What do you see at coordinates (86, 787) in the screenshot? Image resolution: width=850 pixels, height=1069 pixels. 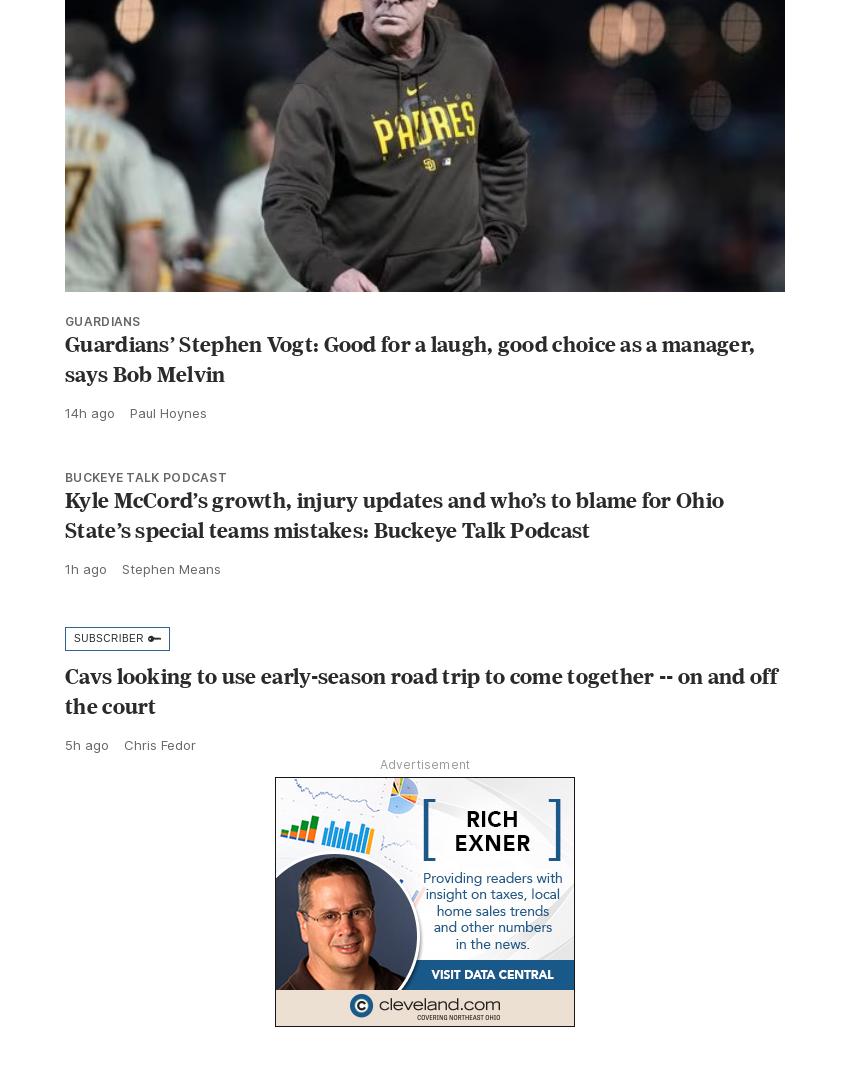 I see `'5h ago'` at bounding box center [86, 787].